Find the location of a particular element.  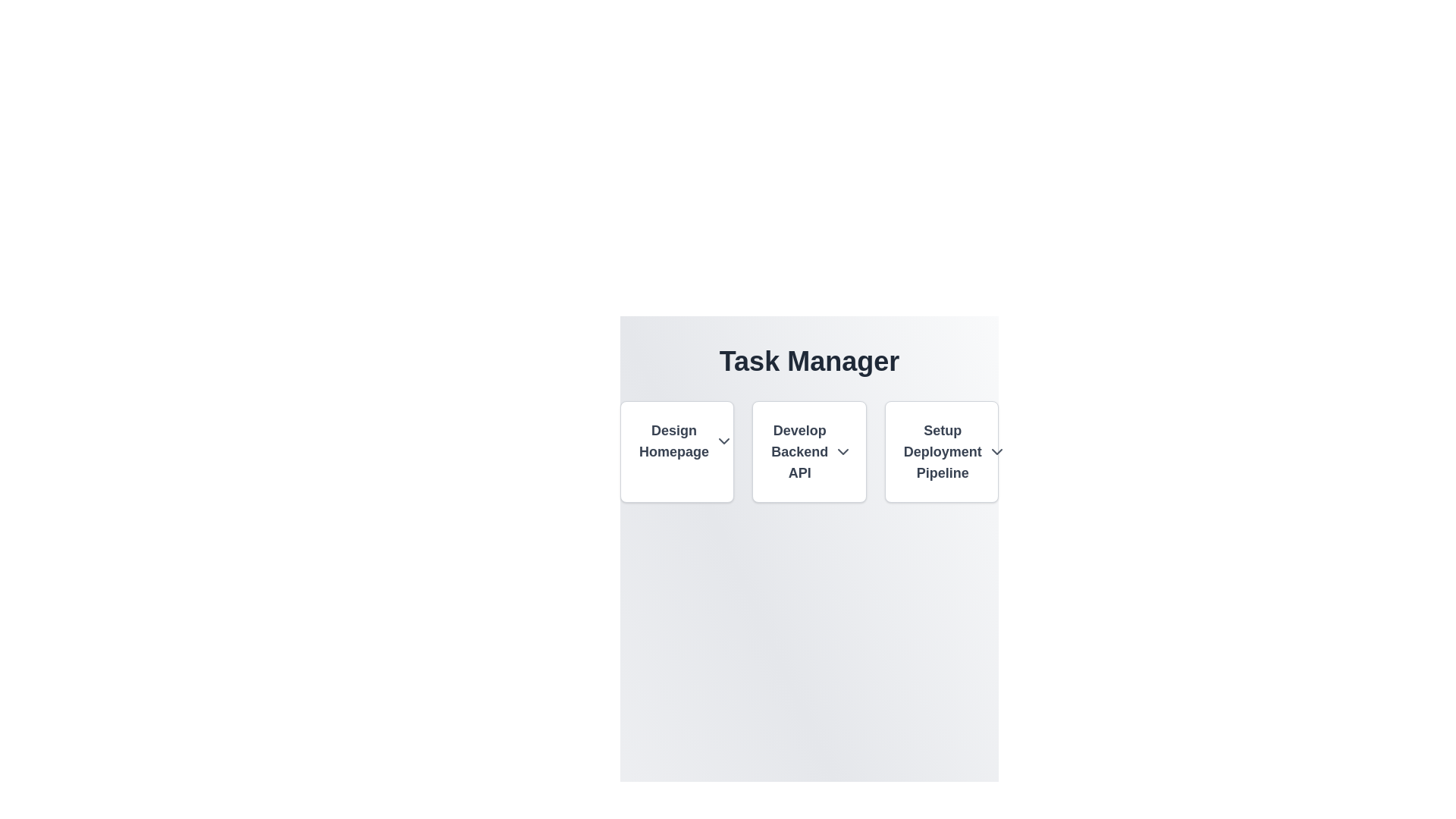

the heading labeled 'Setup Deployment Pipeline', which displays the text in bold dark gray and is located at the bottom-center of its card is located at coordinates (940, 451).